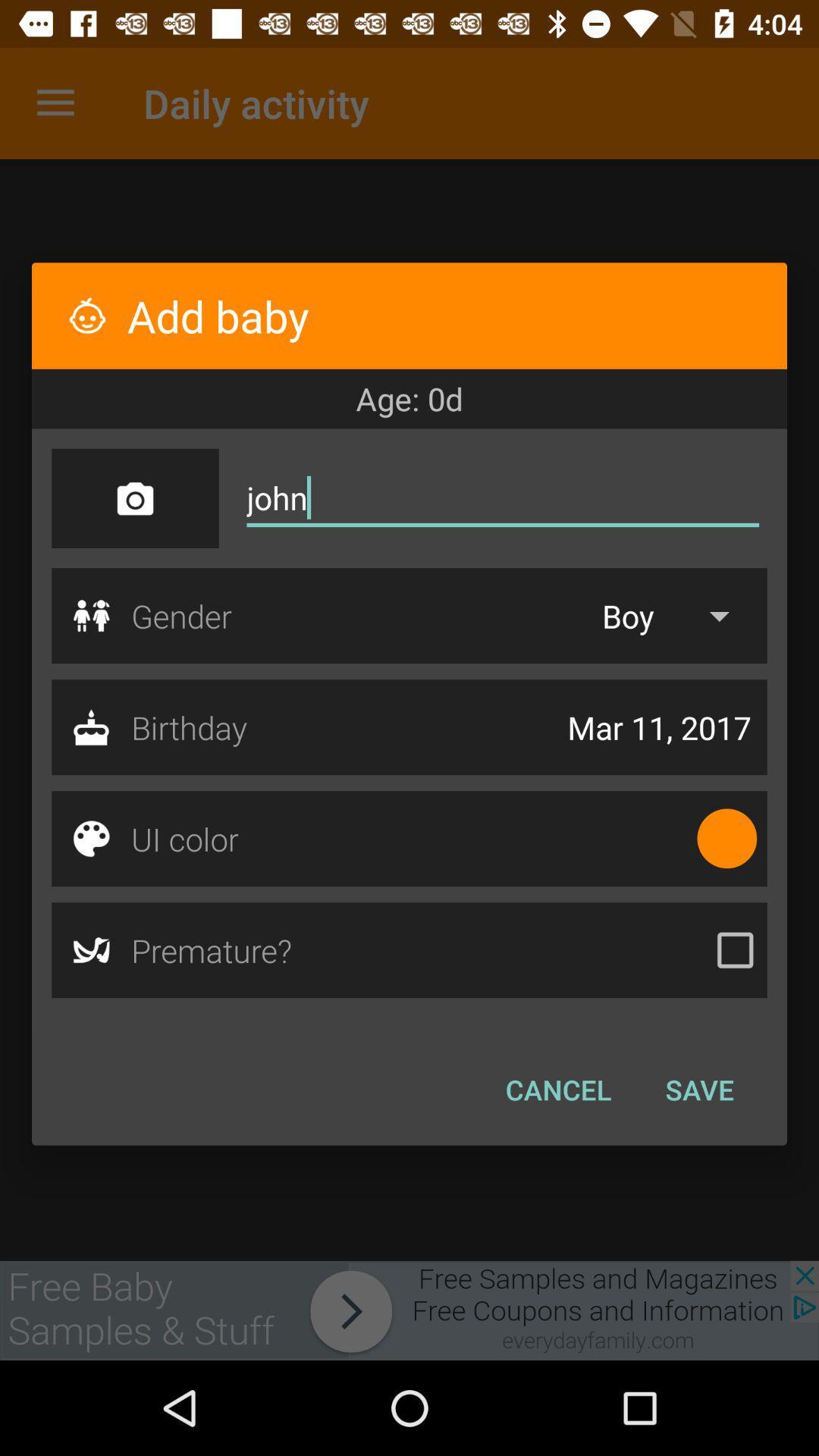 The image size is (819, 1456). What do you see at coordinates (134, 498) in the screenshot?
I see `camera to take image` at bounding box center [134, 498].